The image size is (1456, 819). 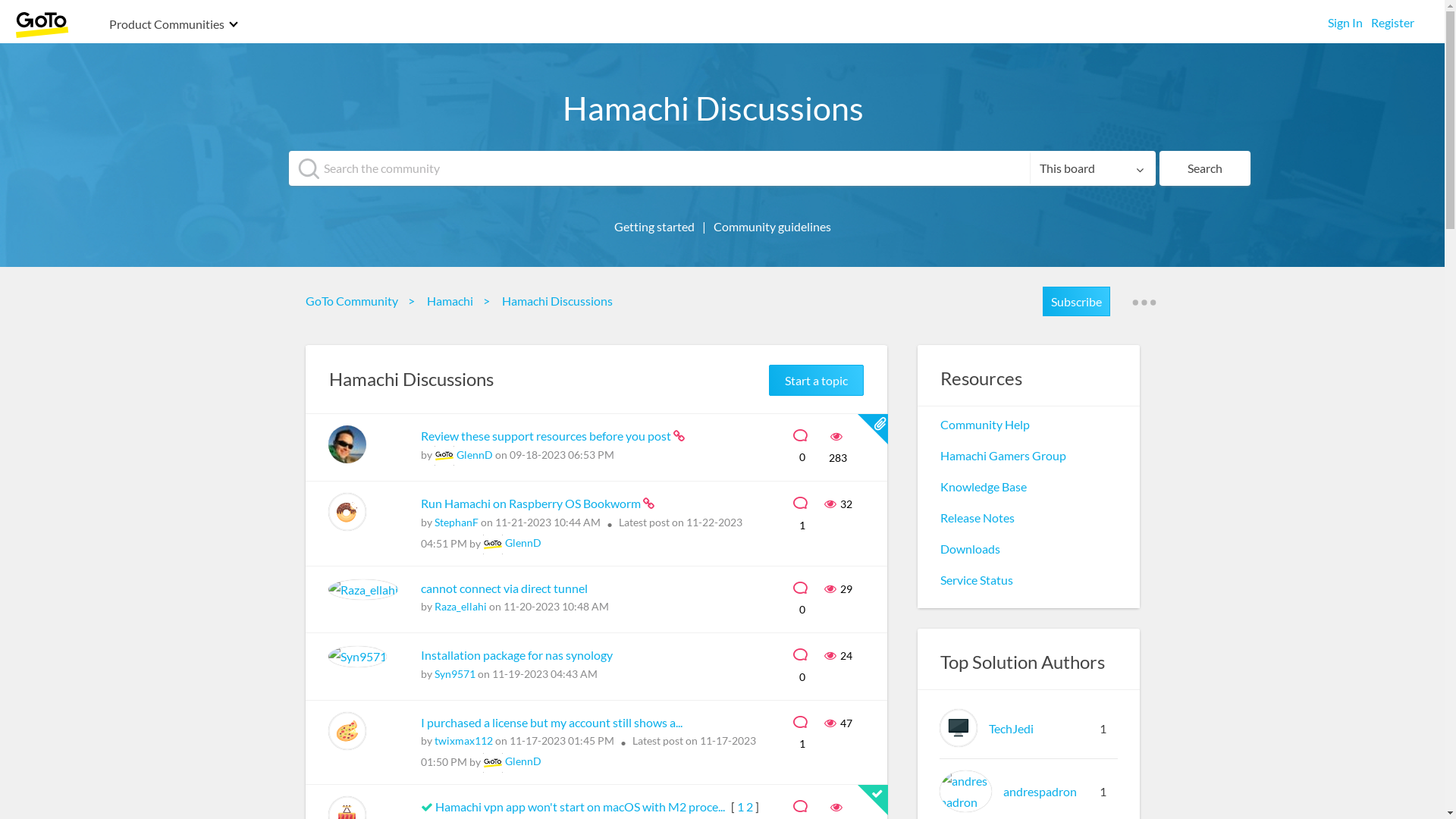 I want to click on 'Downloads', so click(x=969, y=548).